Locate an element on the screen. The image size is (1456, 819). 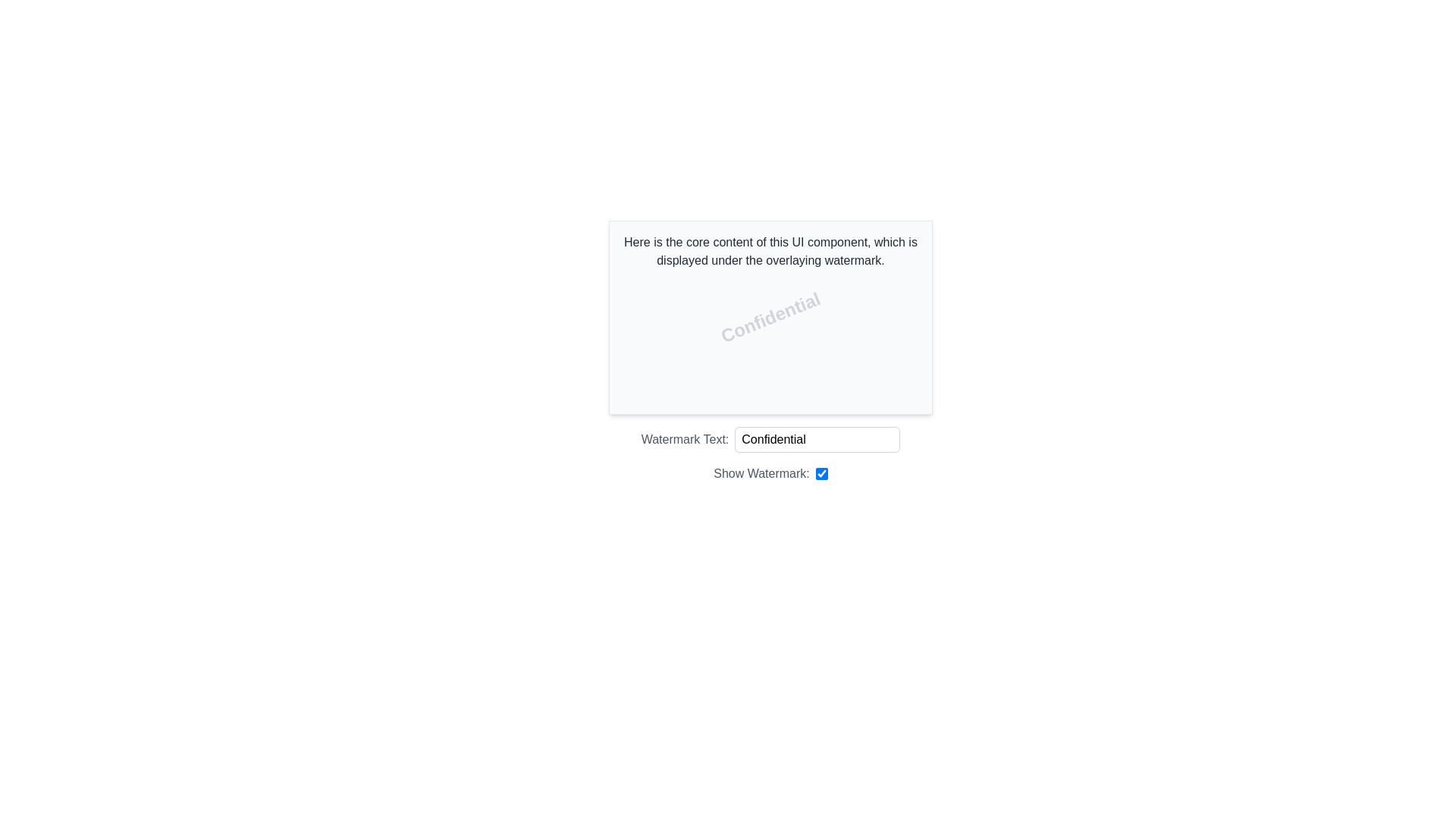
the text label that indicates the watermark toggle feature, which is positioned above the checkbox near the center bottom of the UI is located at coordinates (761, 472).